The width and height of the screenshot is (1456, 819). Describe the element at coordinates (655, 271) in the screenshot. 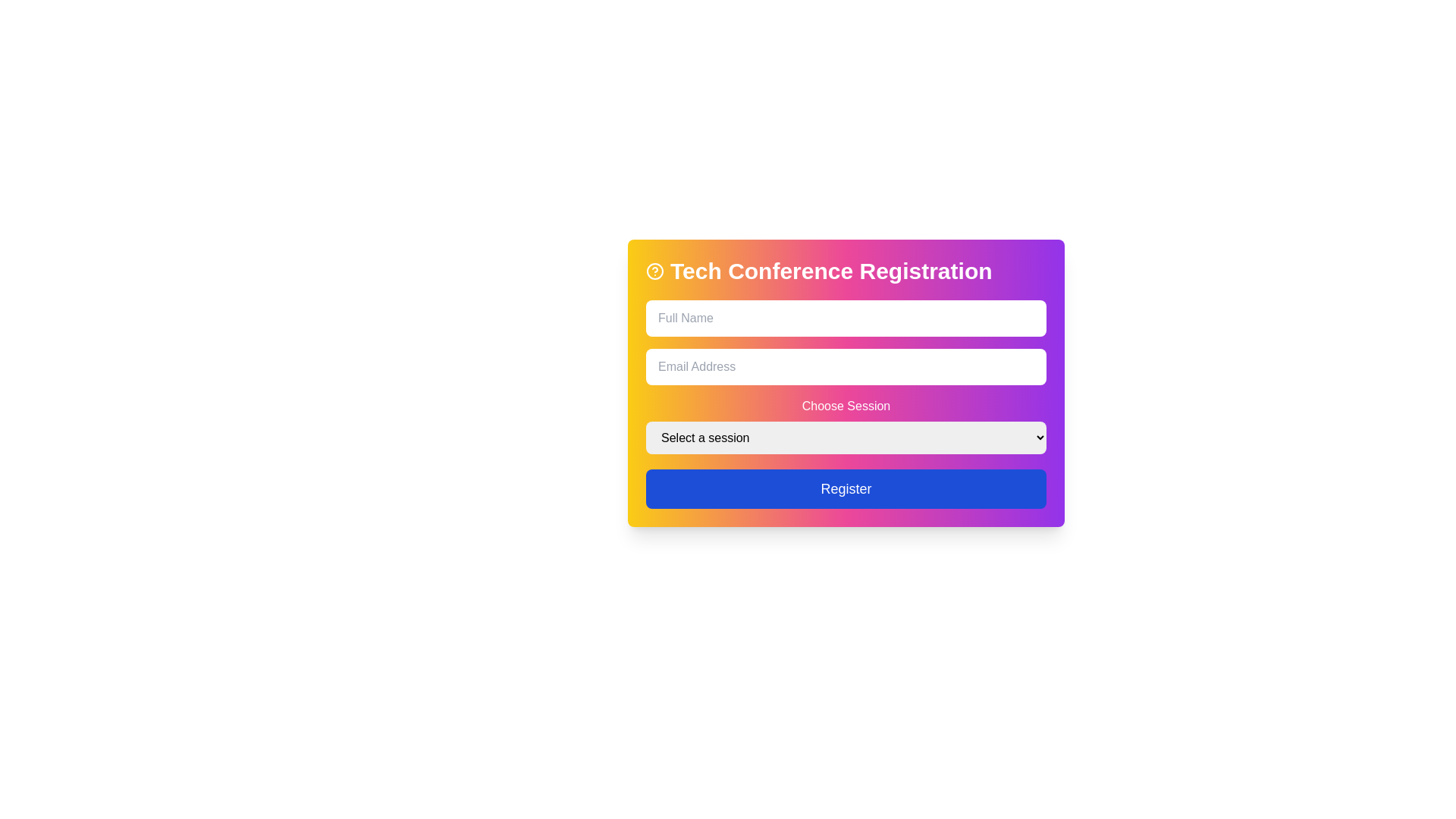

I see `the help icon located at the top-left corner of the registration form header, adjacent to the text 'Tech Conference Registration'` at that location.